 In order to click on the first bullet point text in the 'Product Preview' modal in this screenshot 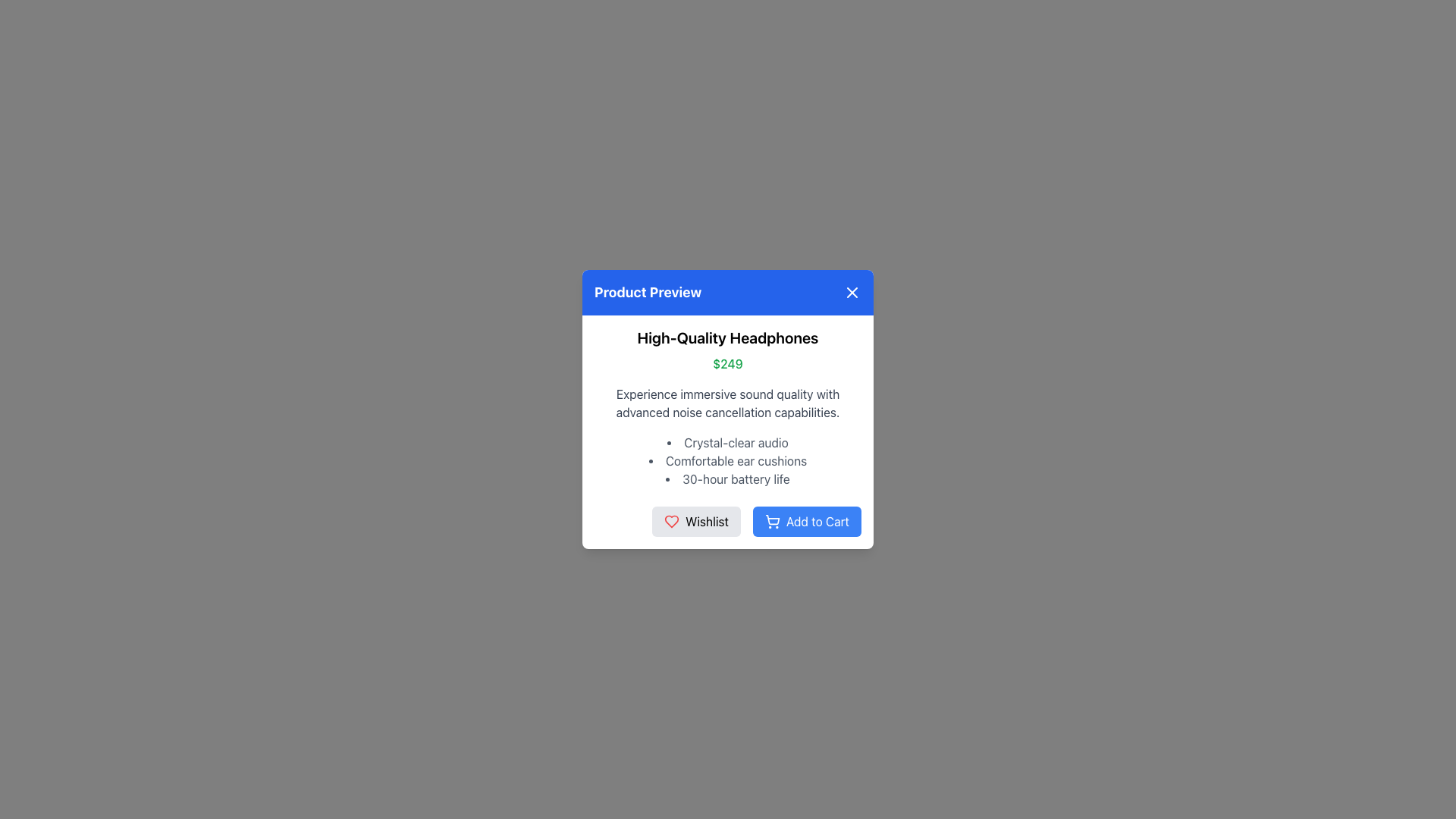, I will do `click(728, 442)`.